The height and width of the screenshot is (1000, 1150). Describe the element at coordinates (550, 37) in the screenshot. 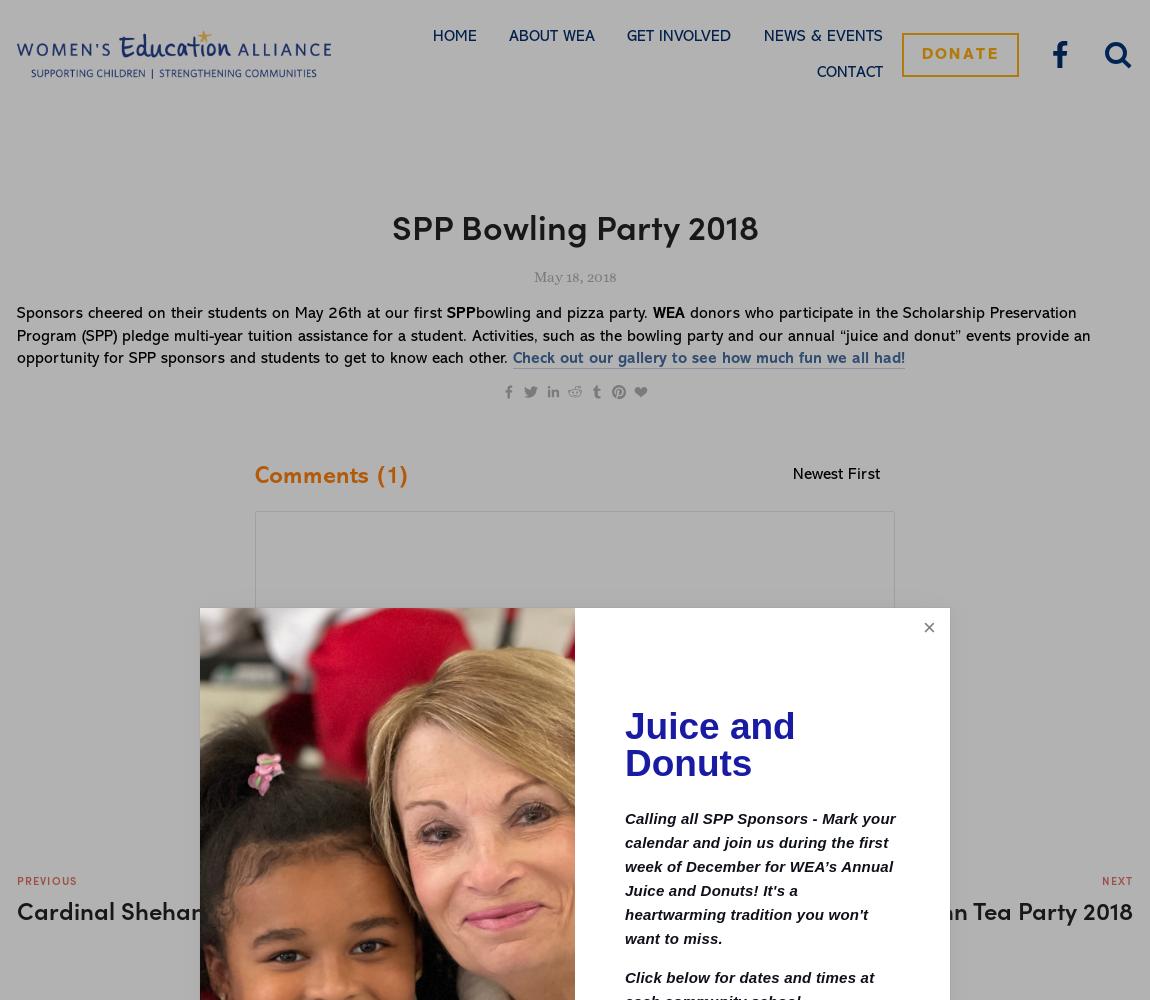

I see `'About WEA'` at that location.